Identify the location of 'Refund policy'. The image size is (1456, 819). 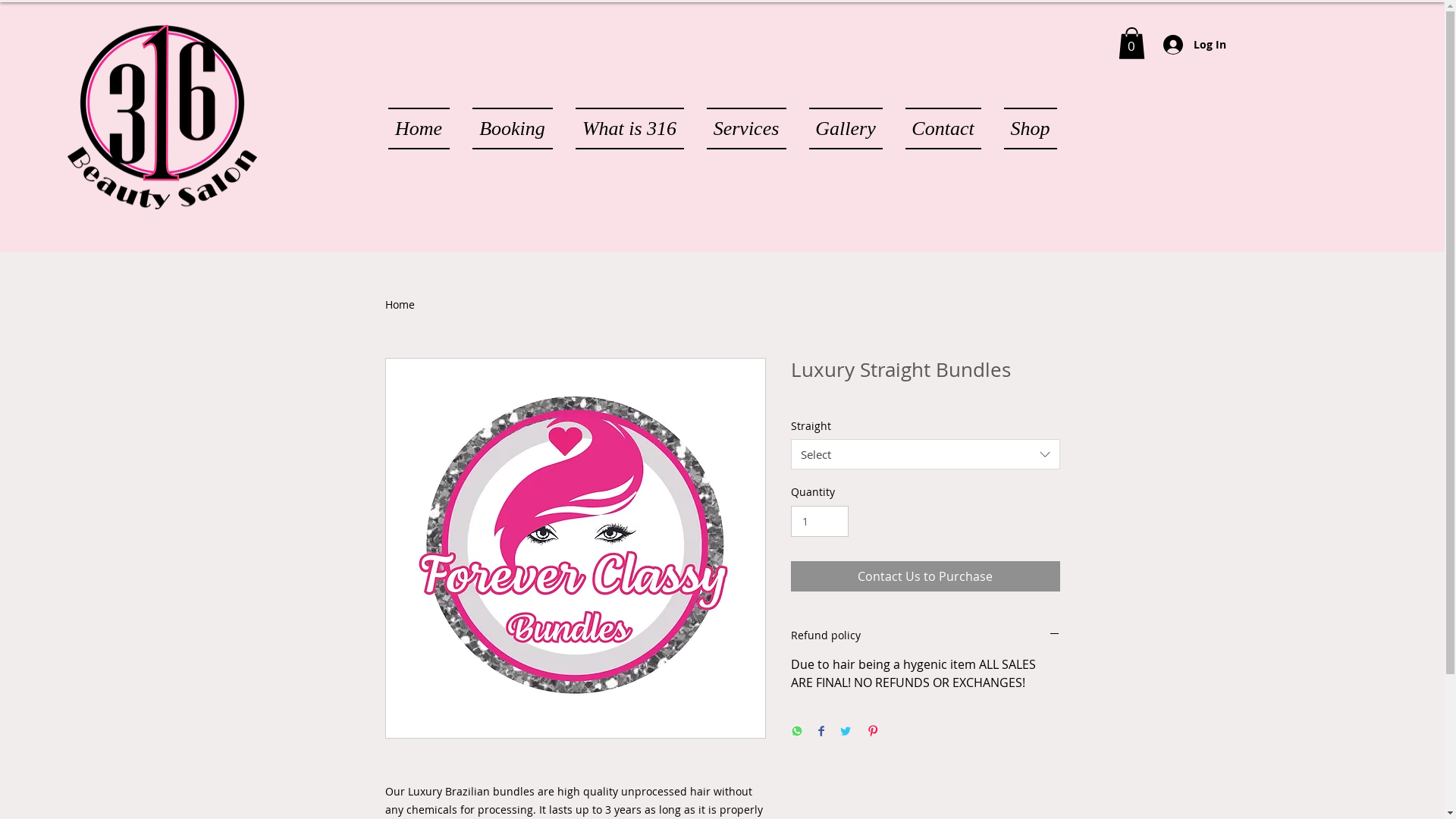
(924, 635).